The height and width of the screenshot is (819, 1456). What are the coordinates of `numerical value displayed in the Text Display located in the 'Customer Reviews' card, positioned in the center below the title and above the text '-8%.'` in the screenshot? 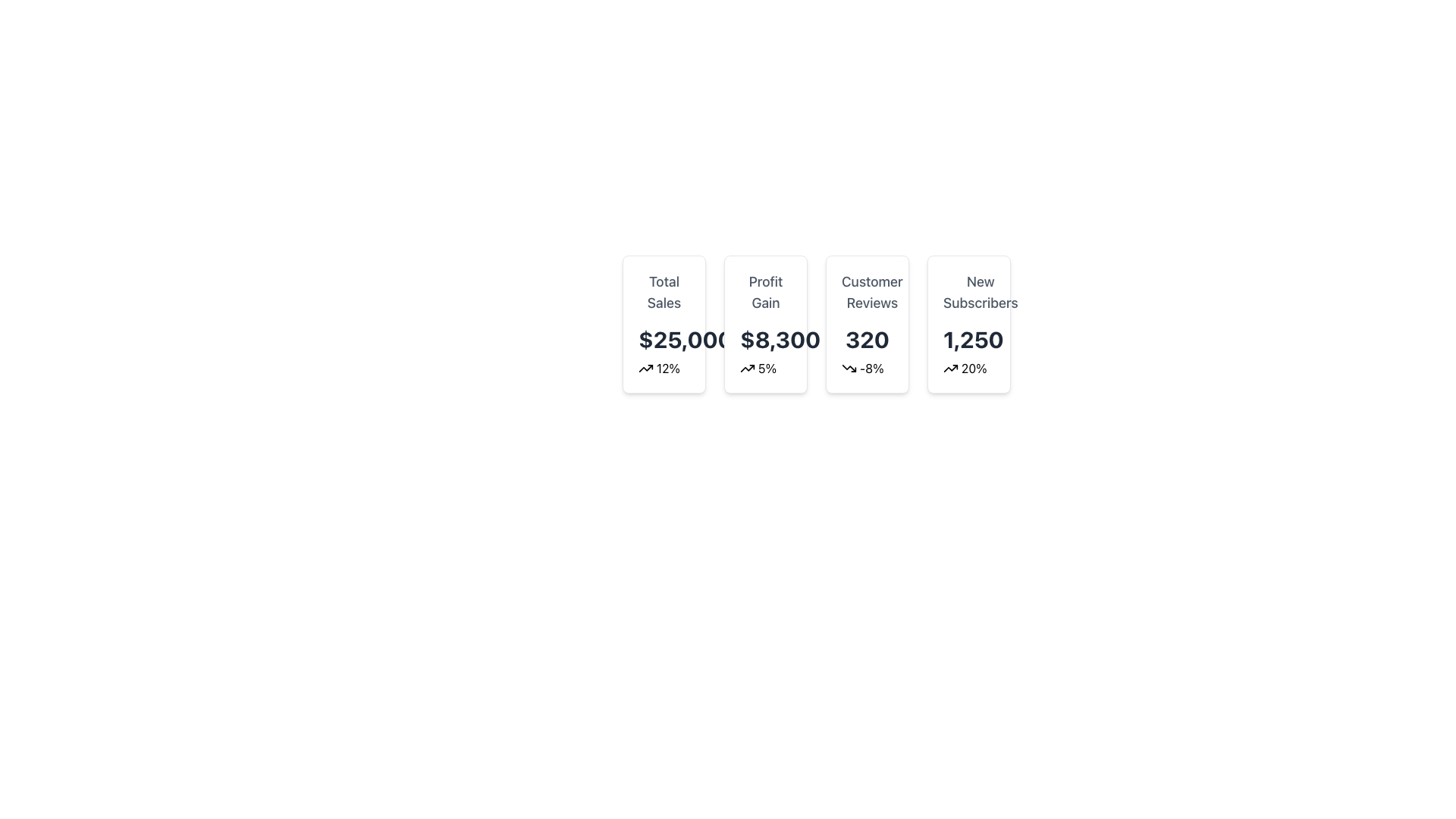 It's located at (867, 338).